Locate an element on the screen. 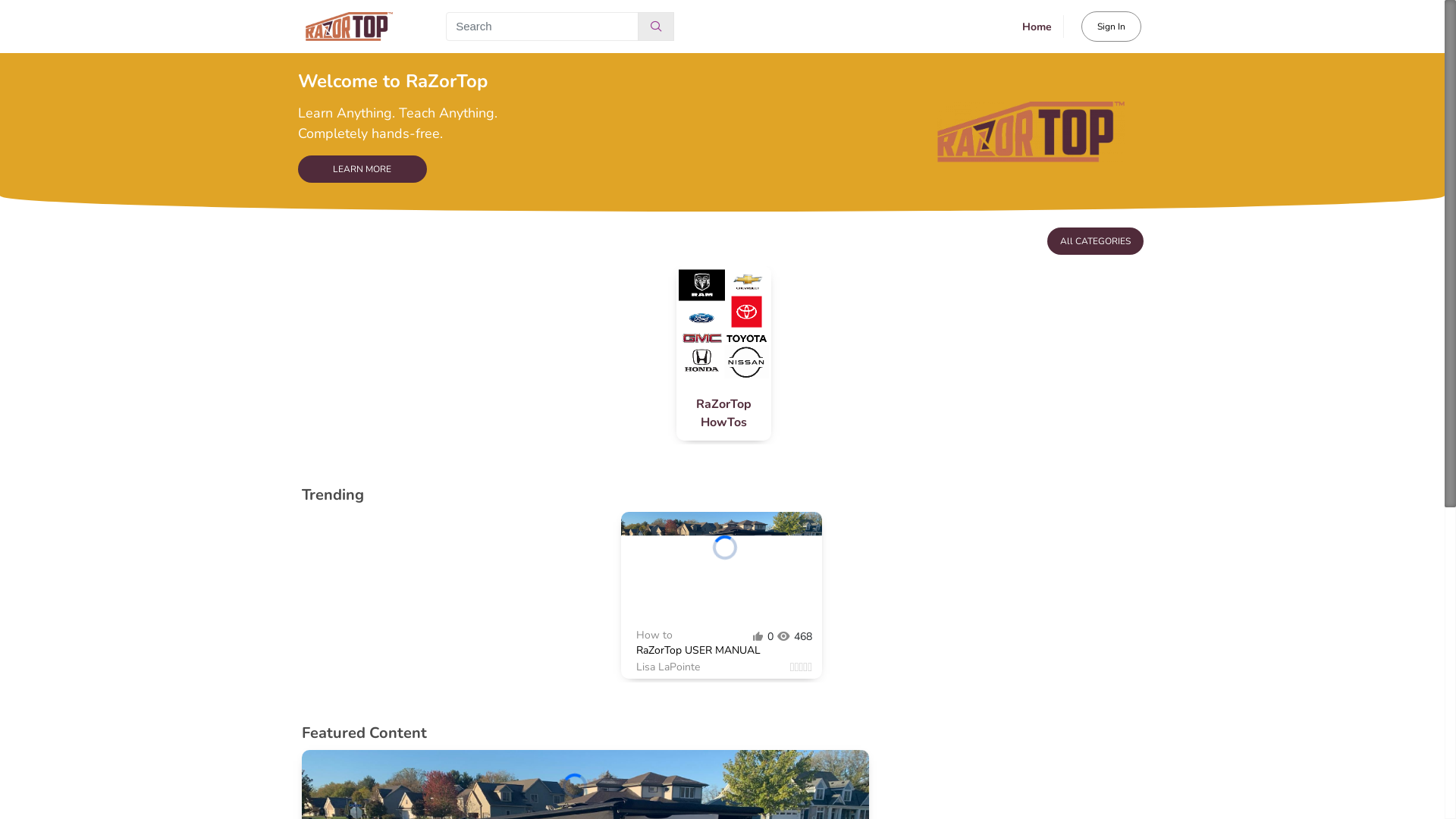 The height and width of the screenshot is (819, 1456). 'LEARN MORE' is located at coordinates (360, 169).